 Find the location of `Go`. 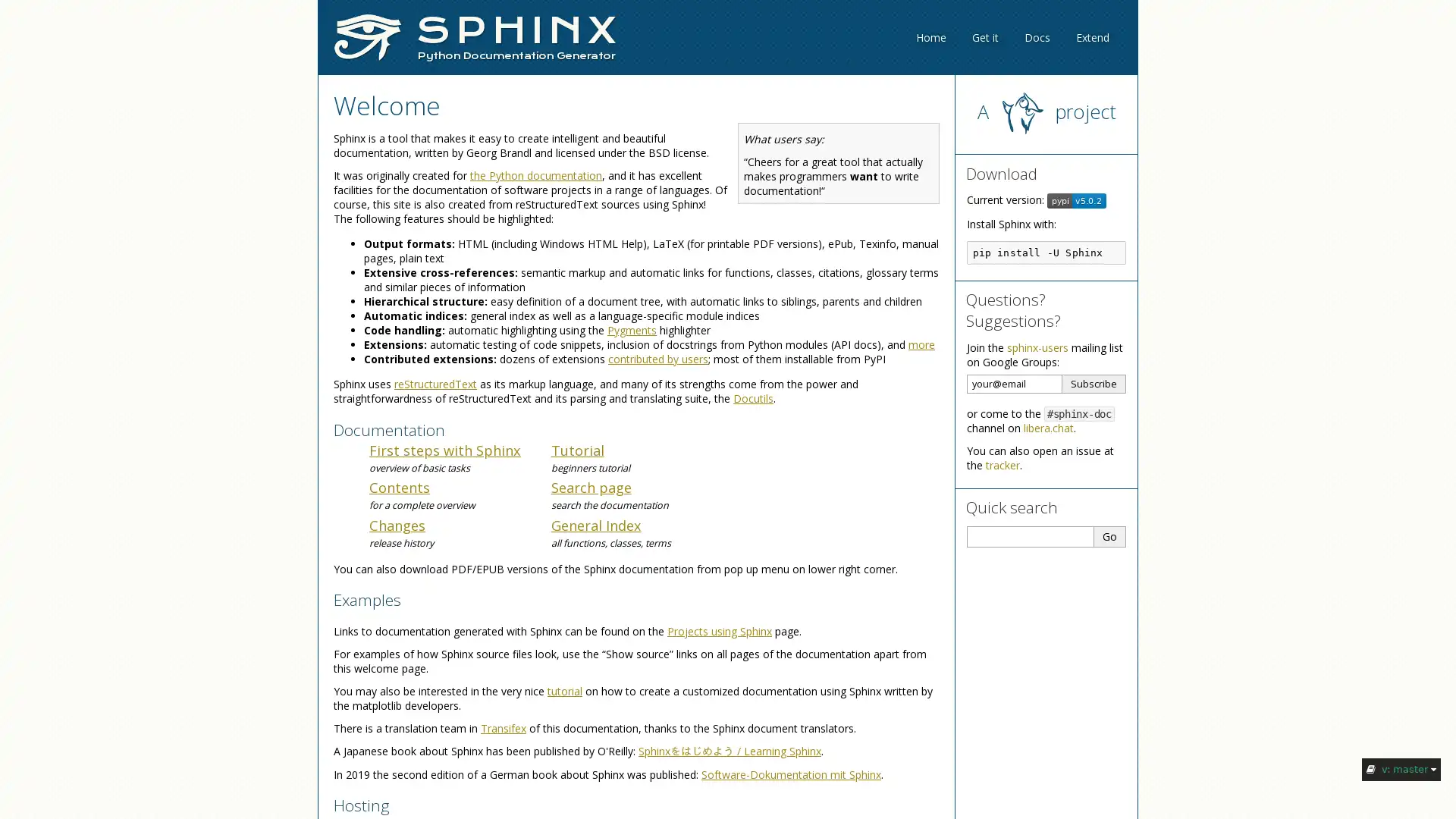

Go is located at coordinates (1110, 535).